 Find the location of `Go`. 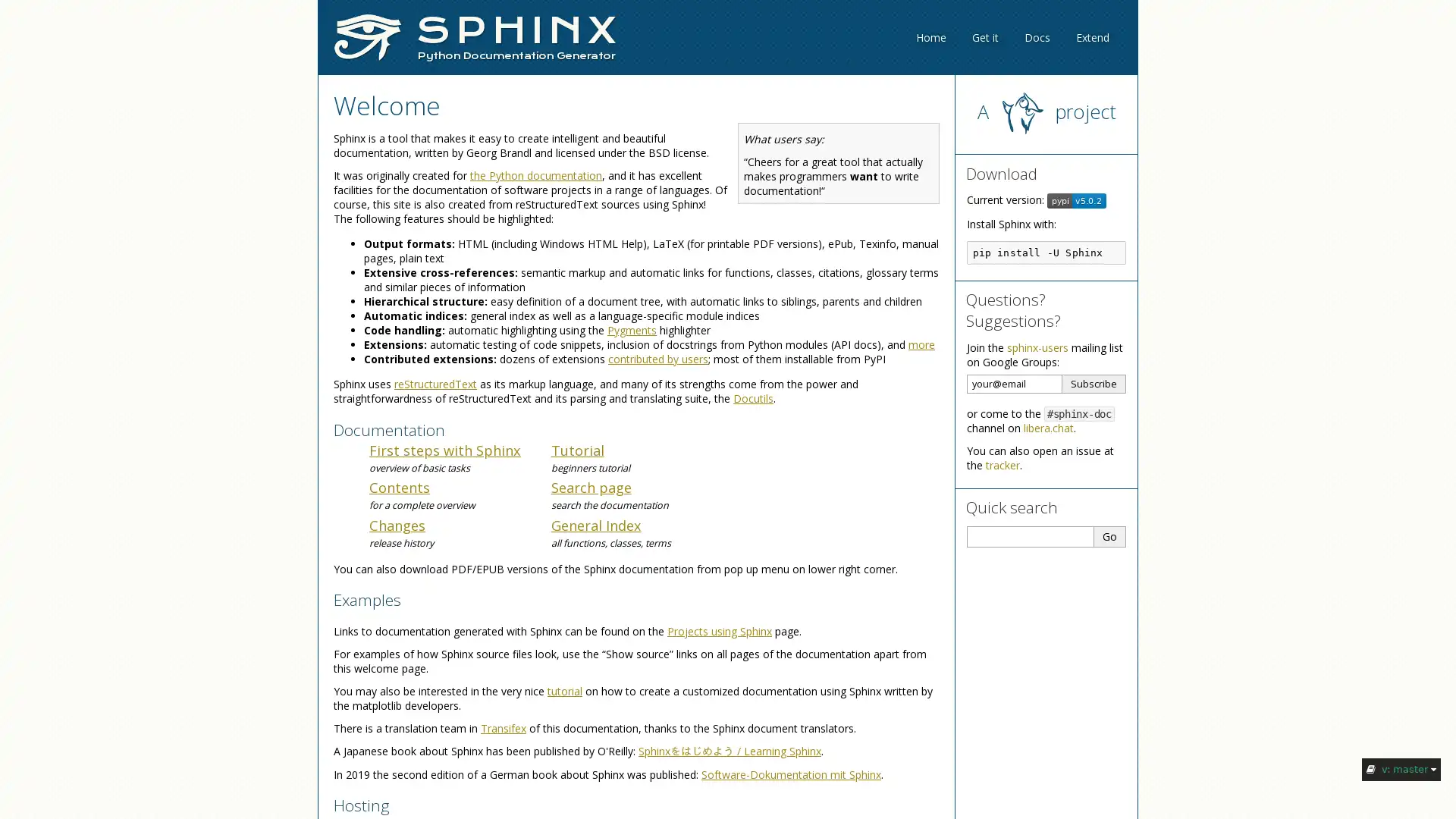

Go is located at coordinates (1110, 535).